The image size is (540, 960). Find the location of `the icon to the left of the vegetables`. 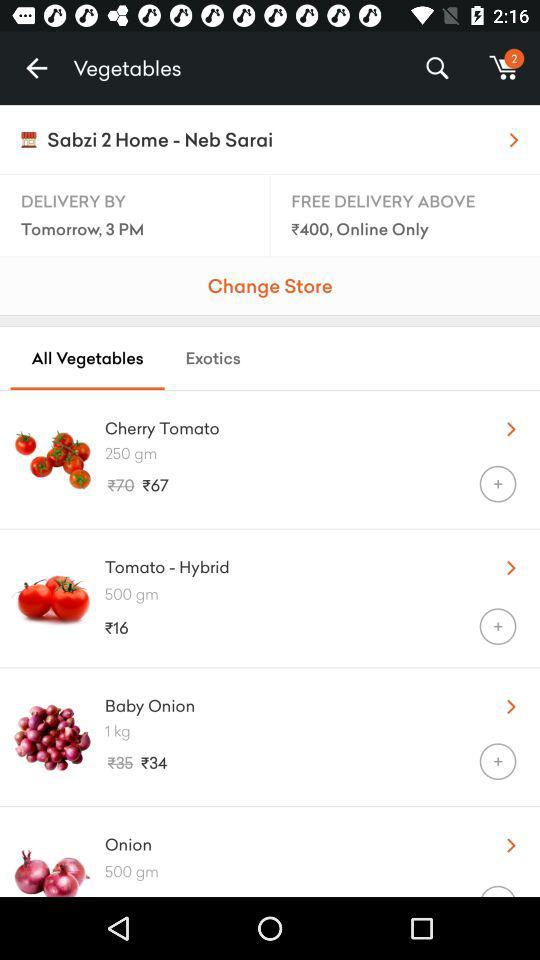

the icon to the left of the vegetables is located at coordinates (36, 68).